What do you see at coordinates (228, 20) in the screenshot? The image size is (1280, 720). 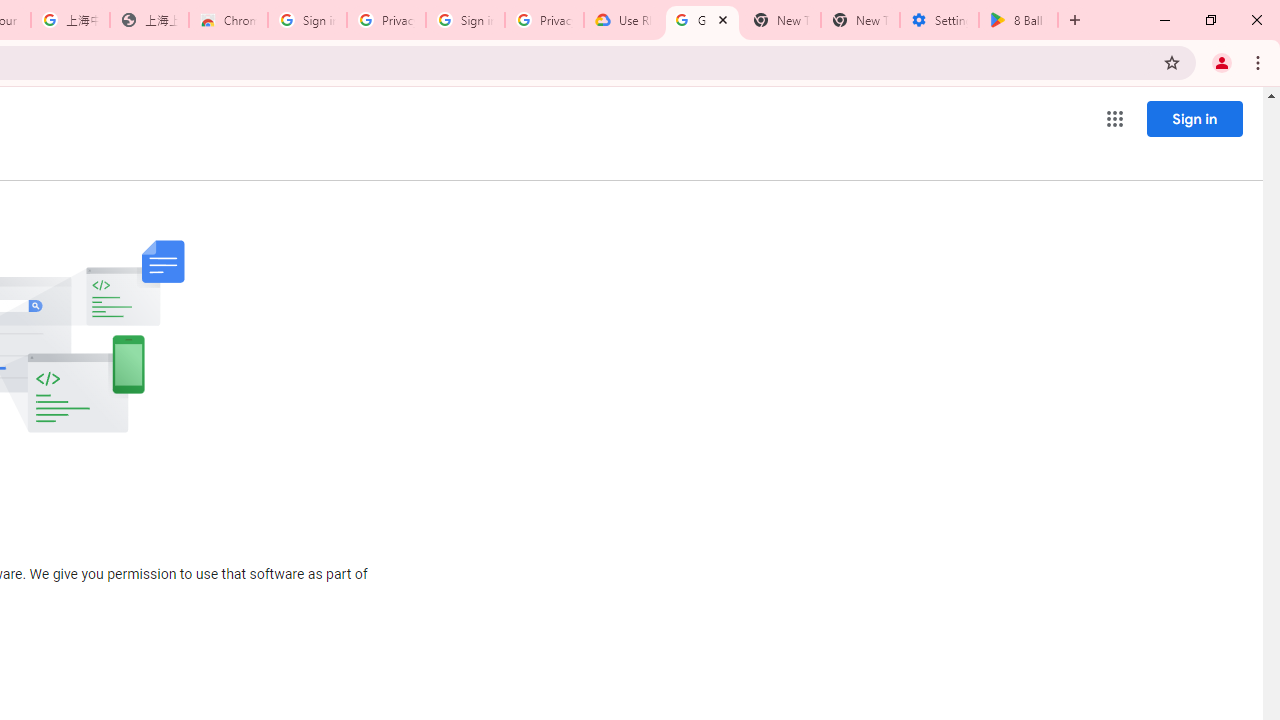 I see `'Chrome Web Store - Color themes by Chrome'` at bounding box center [228, 20].